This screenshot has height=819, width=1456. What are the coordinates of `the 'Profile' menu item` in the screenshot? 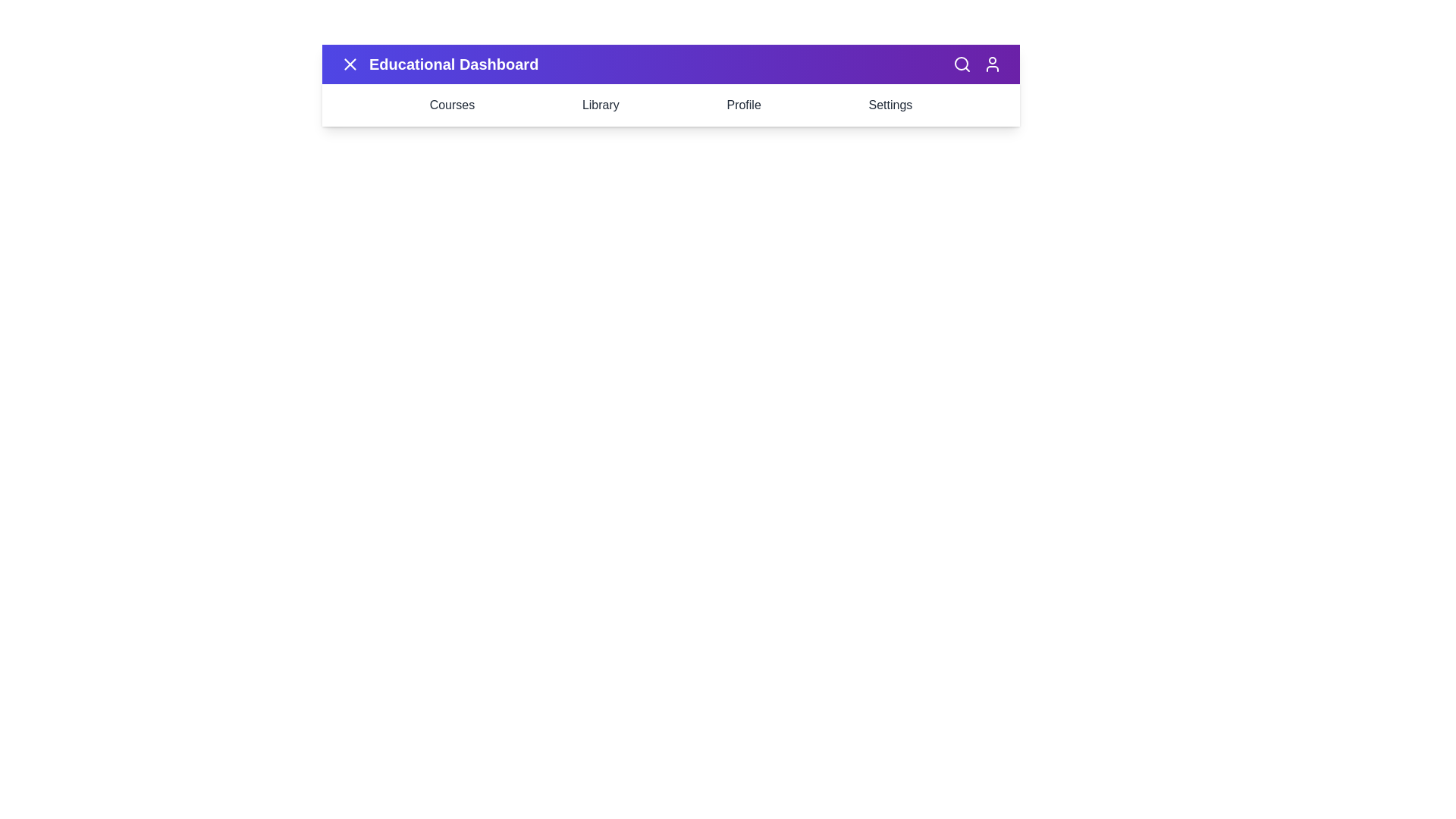 It's located at (743, 104).